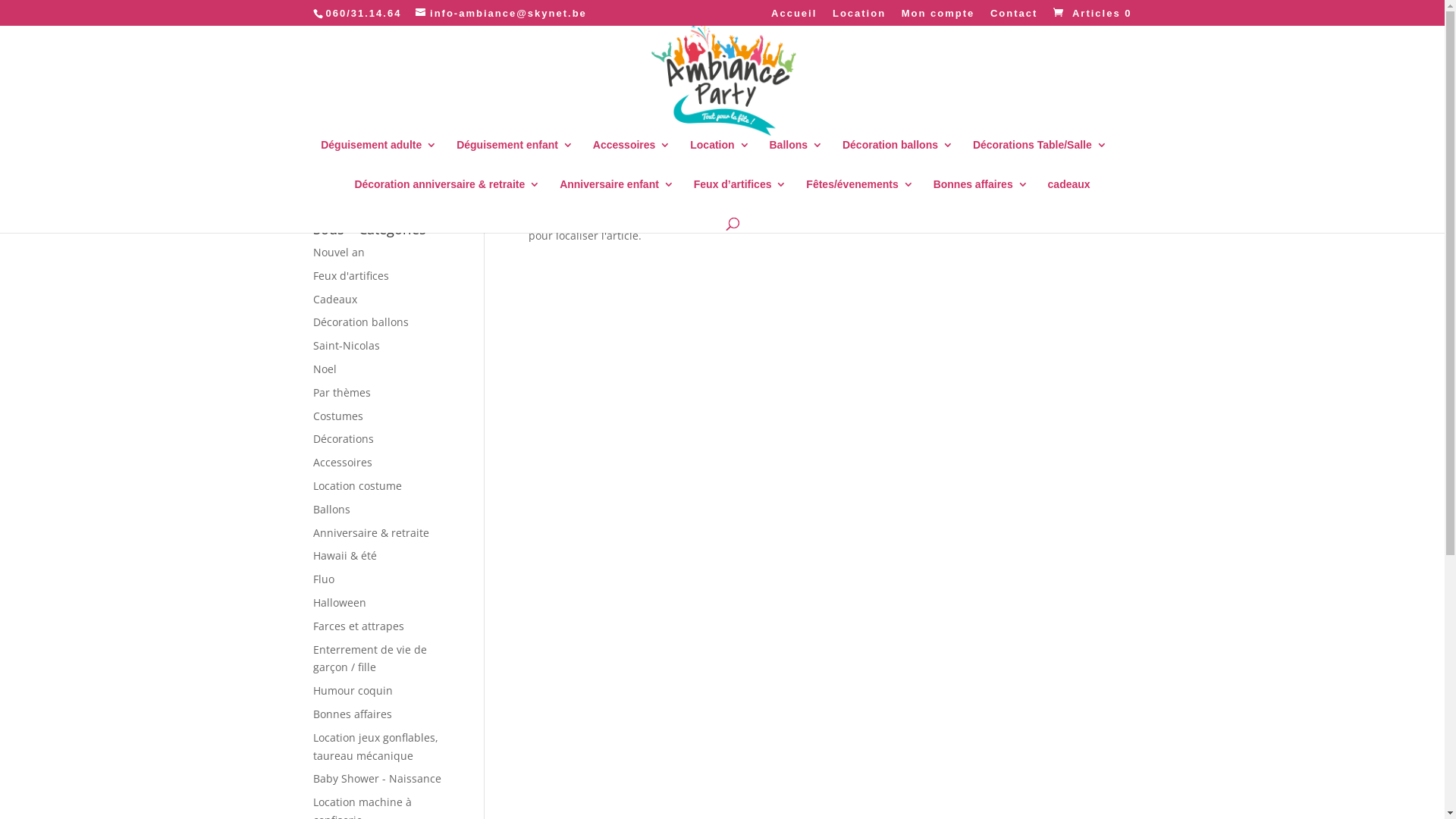 The height and width of the screenshot is (819, 1456). What do you see at coordinates (937, 17) in the screenshot?
I see `'Mon compte'` at bounding box center [937, 17].